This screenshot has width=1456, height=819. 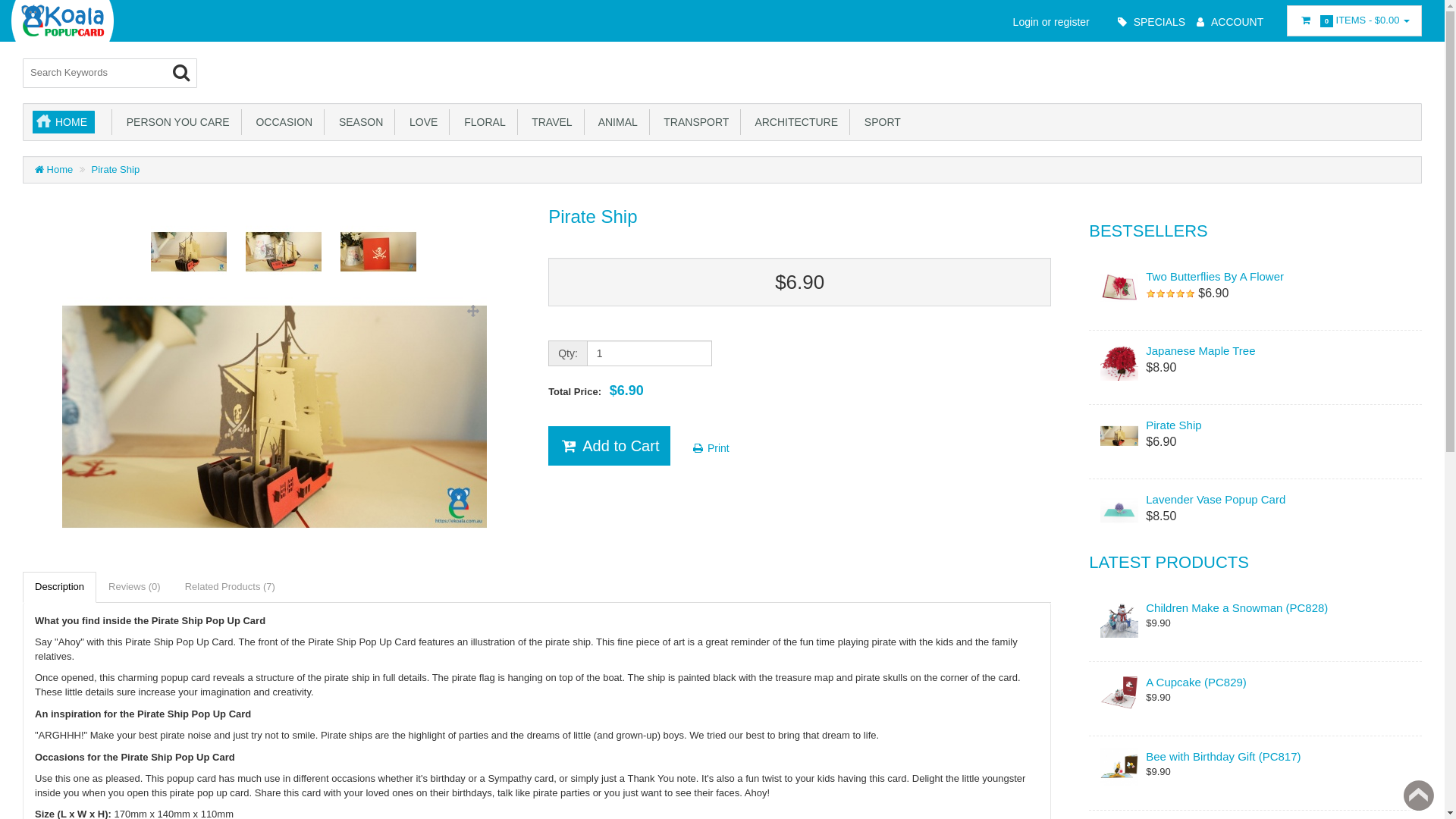 I want to click on '  ANIMAL', so click(x=617, y=121).